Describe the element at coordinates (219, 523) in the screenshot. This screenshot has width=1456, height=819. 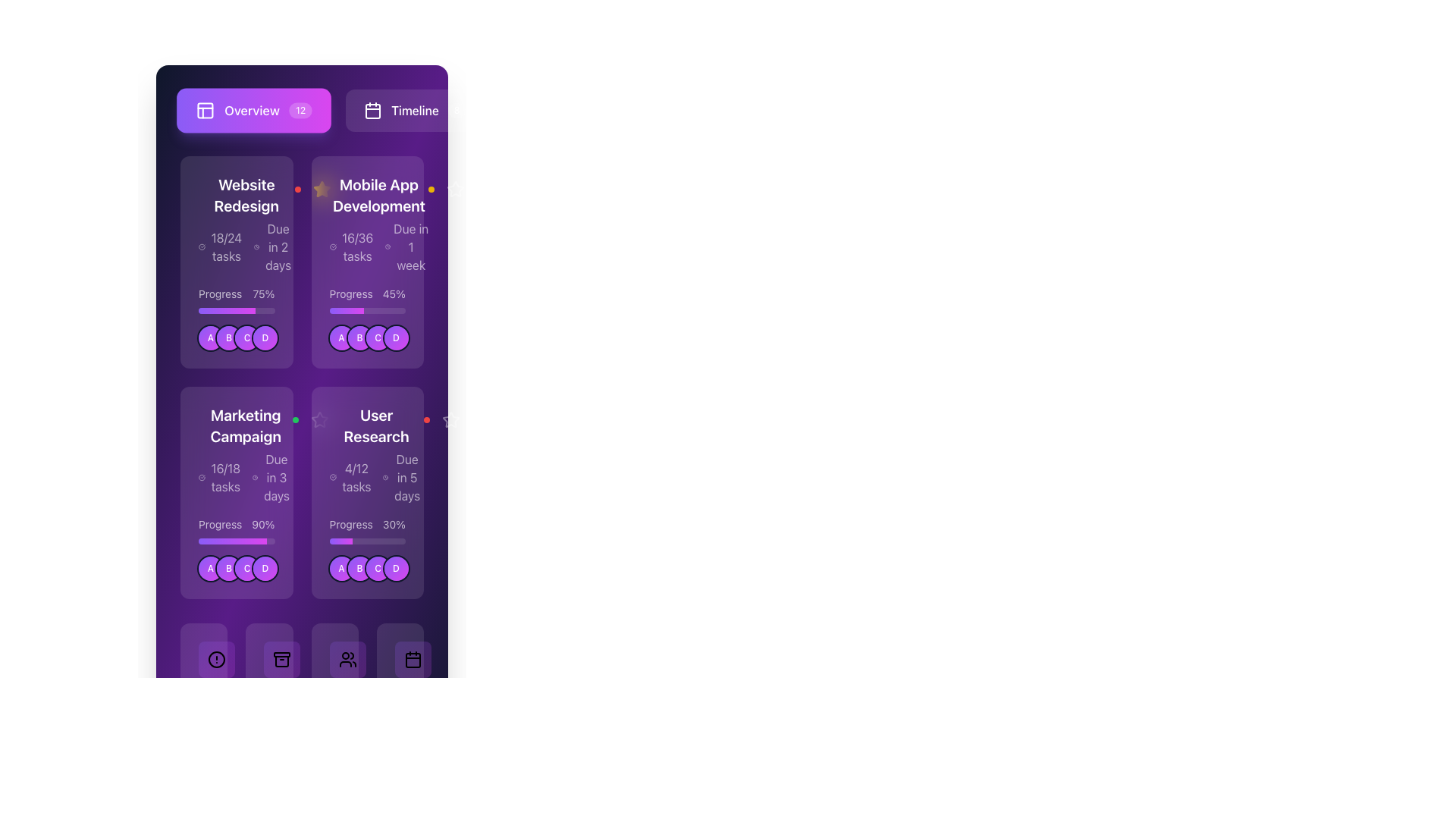
I see `the static text label displaying the word 'Progress' in a small-sized font, located in the bottom-left card labeled 'Marketing Campaign'` at that location.